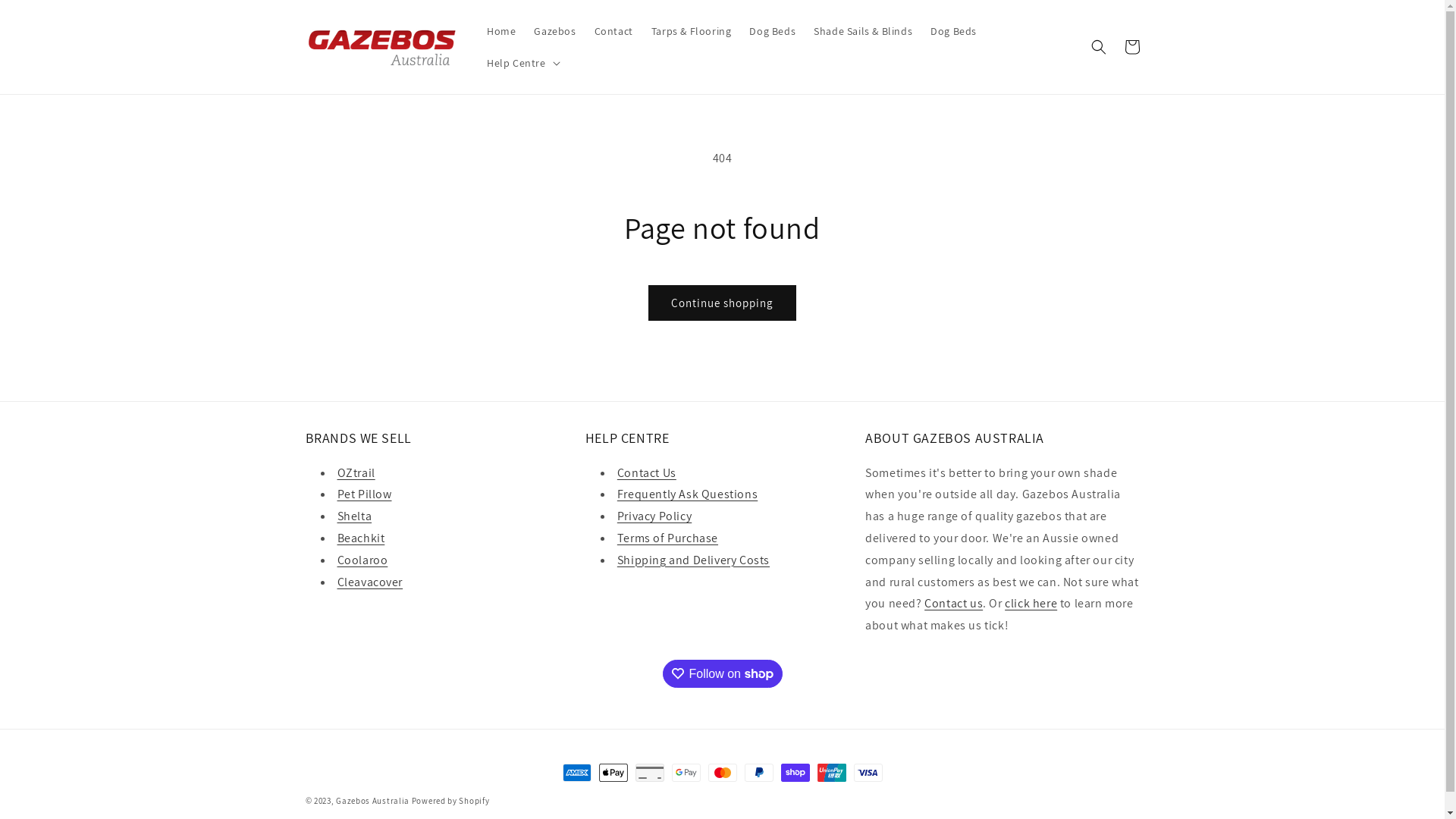 This screenshot has width=1456, height=819. Describe the element at coordinates (359, 537) in the screenshot. I see `'Beachkit'` at that location.